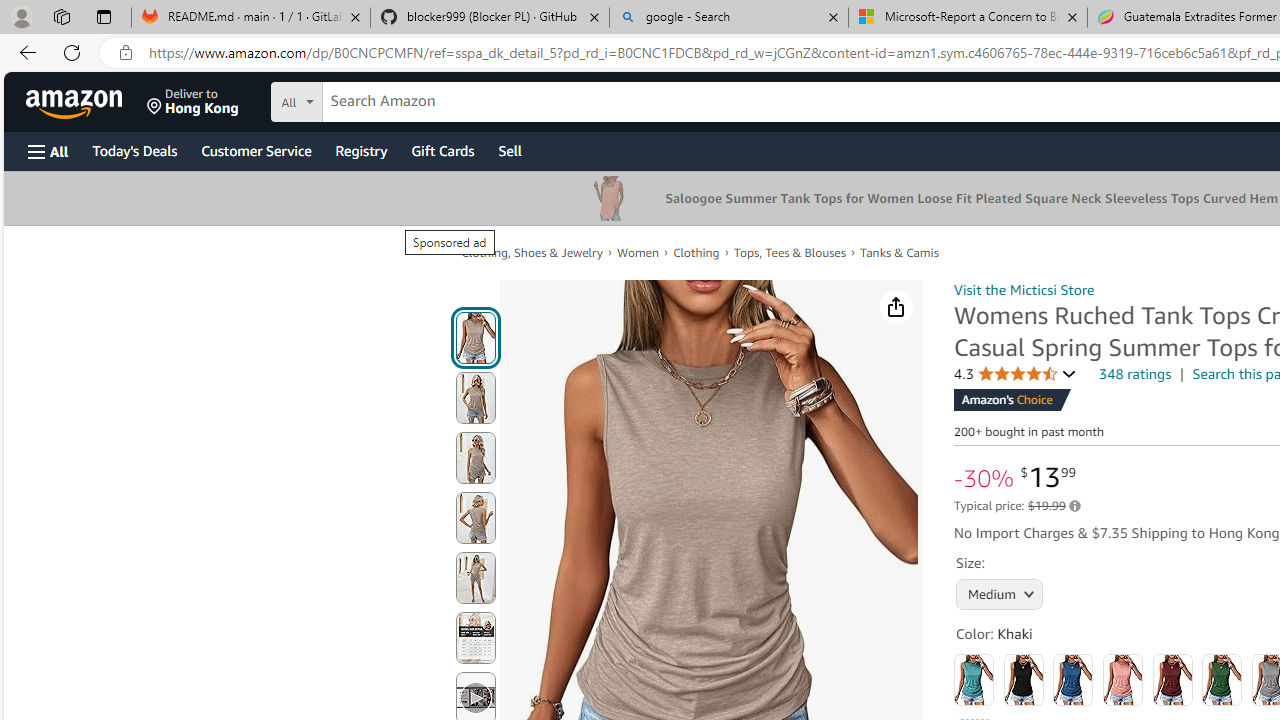  What do you see at coordinates (1123, 679) in the screenshot?
I see `'Coral'` at bounding box center [1123, 679].